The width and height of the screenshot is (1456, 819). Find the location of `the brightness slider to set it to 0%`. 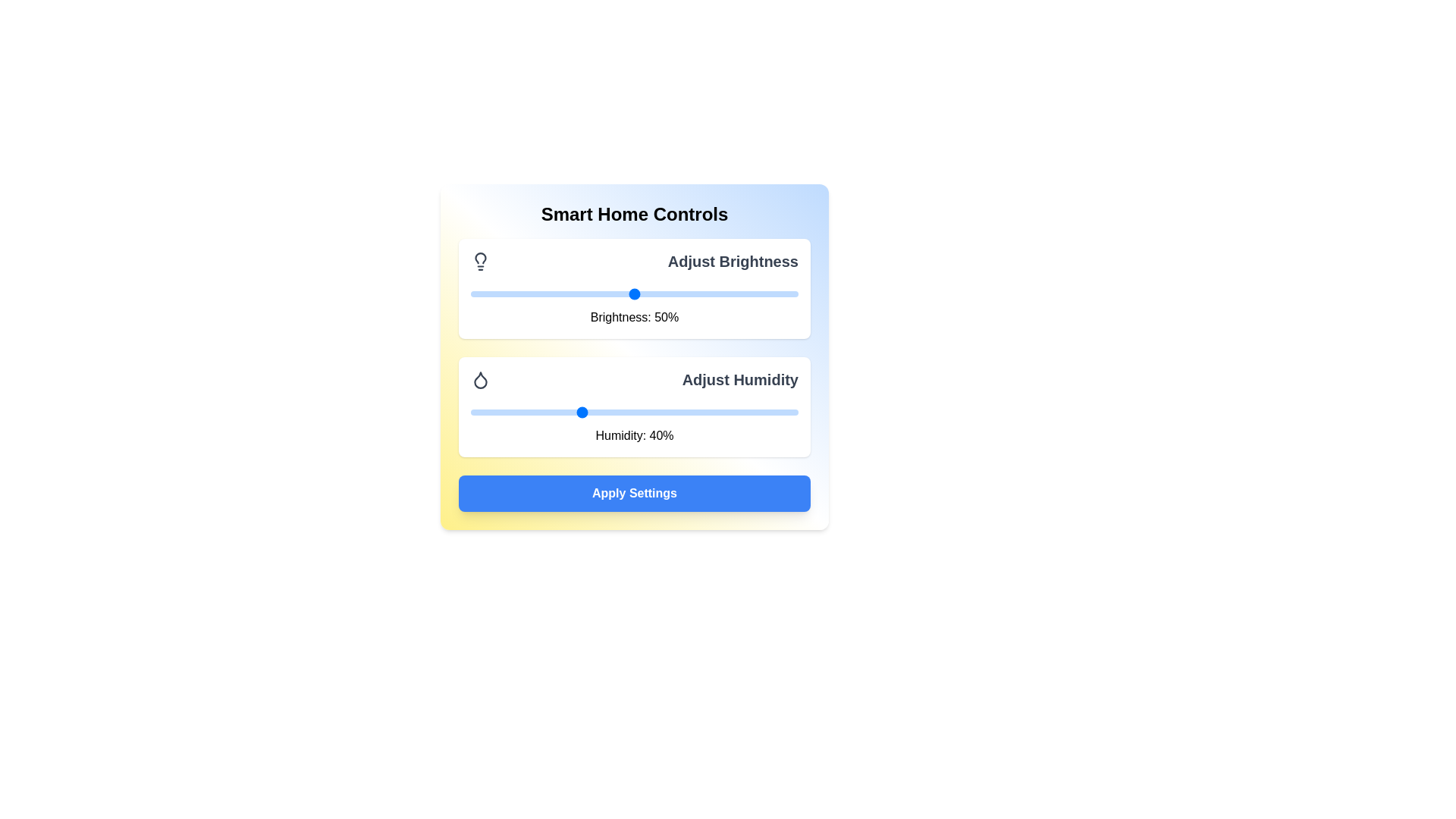

the brightness slider to set it to 0% is located at coordinates (469, 294).